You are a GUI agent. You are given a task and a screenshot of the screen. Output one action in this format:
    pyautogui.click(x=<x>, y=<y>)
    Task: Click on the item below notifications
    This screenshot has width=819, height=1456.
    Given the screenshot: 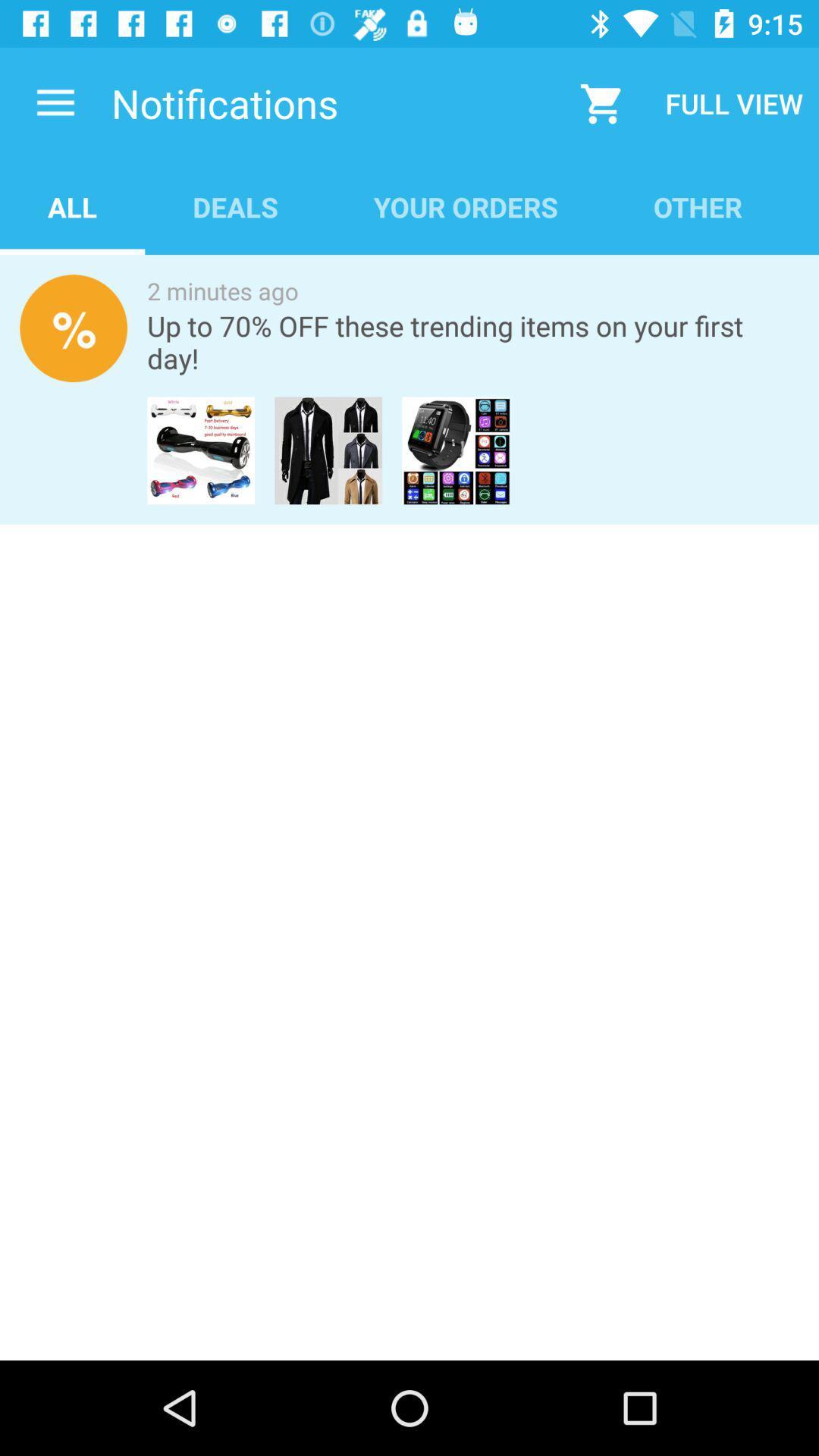 What is the action you would take?
    pyautogui.click(x=72, y=206)
    